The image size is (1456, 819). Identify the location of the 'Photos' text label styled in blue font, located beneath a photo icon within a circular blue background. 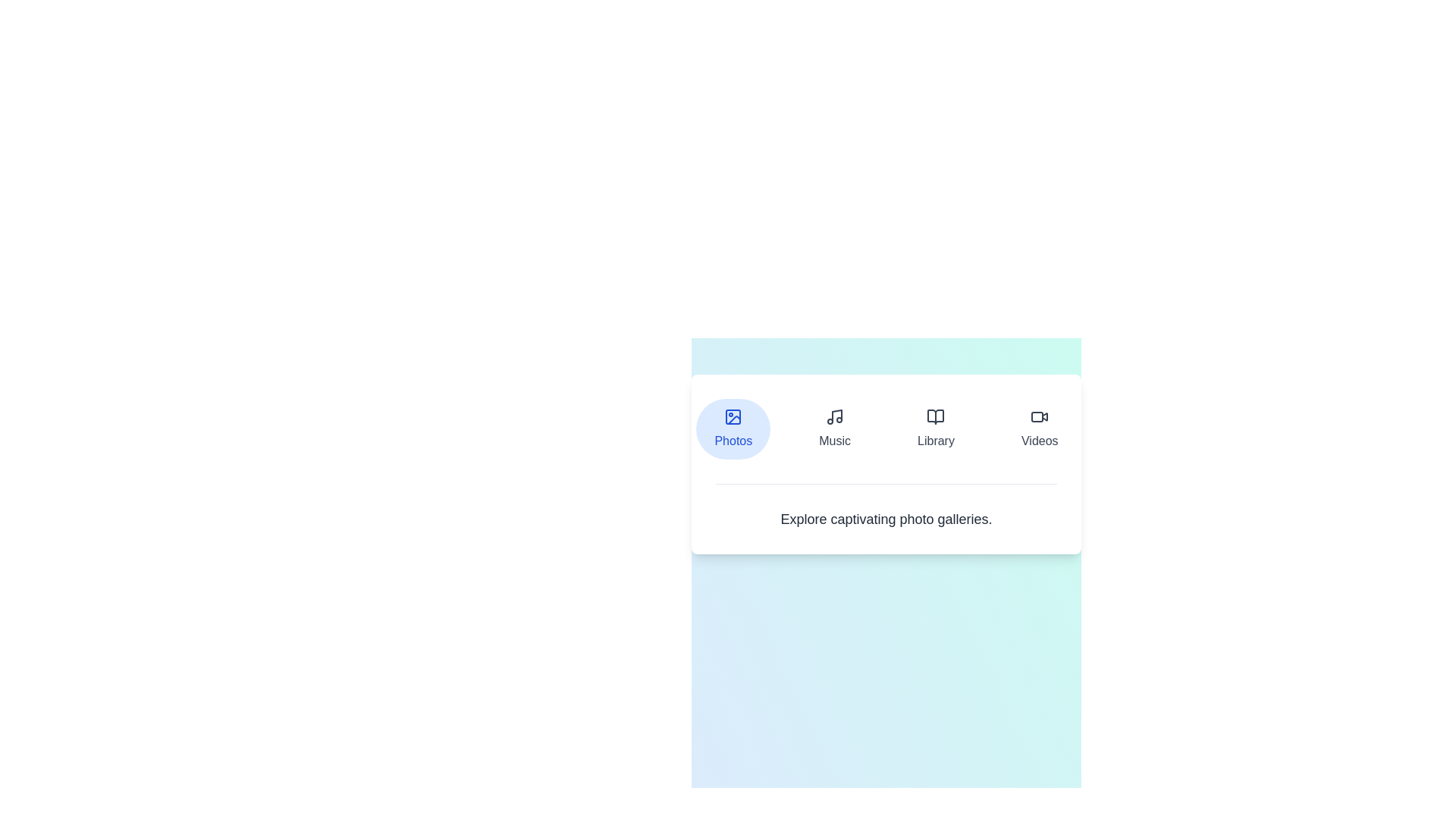
(733, 441).